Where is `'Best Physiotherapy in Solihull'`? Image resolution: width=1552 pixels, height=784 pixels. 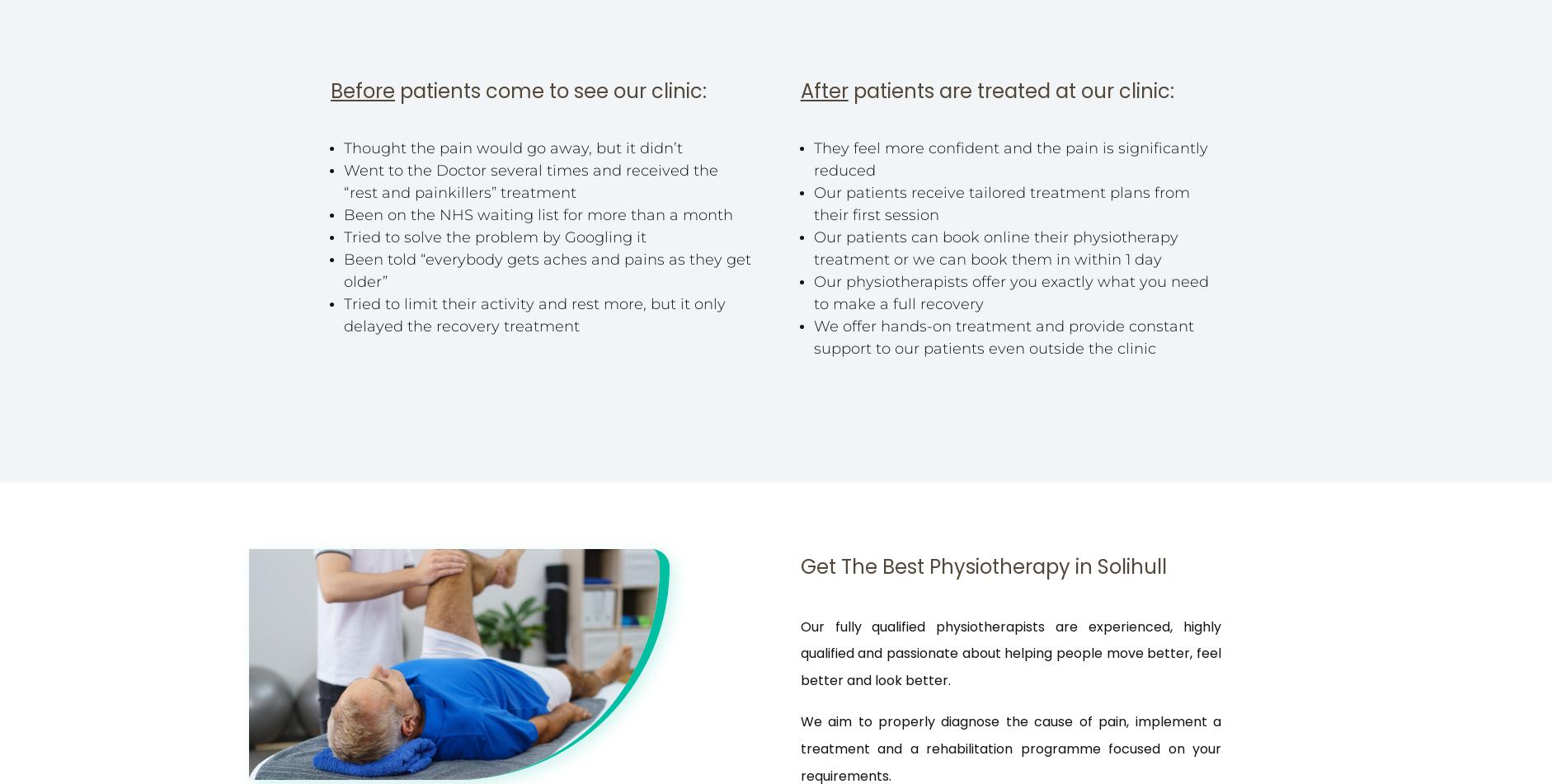 'Best Physiotherapy in Solihull' is located at coordinates (1023, 566).